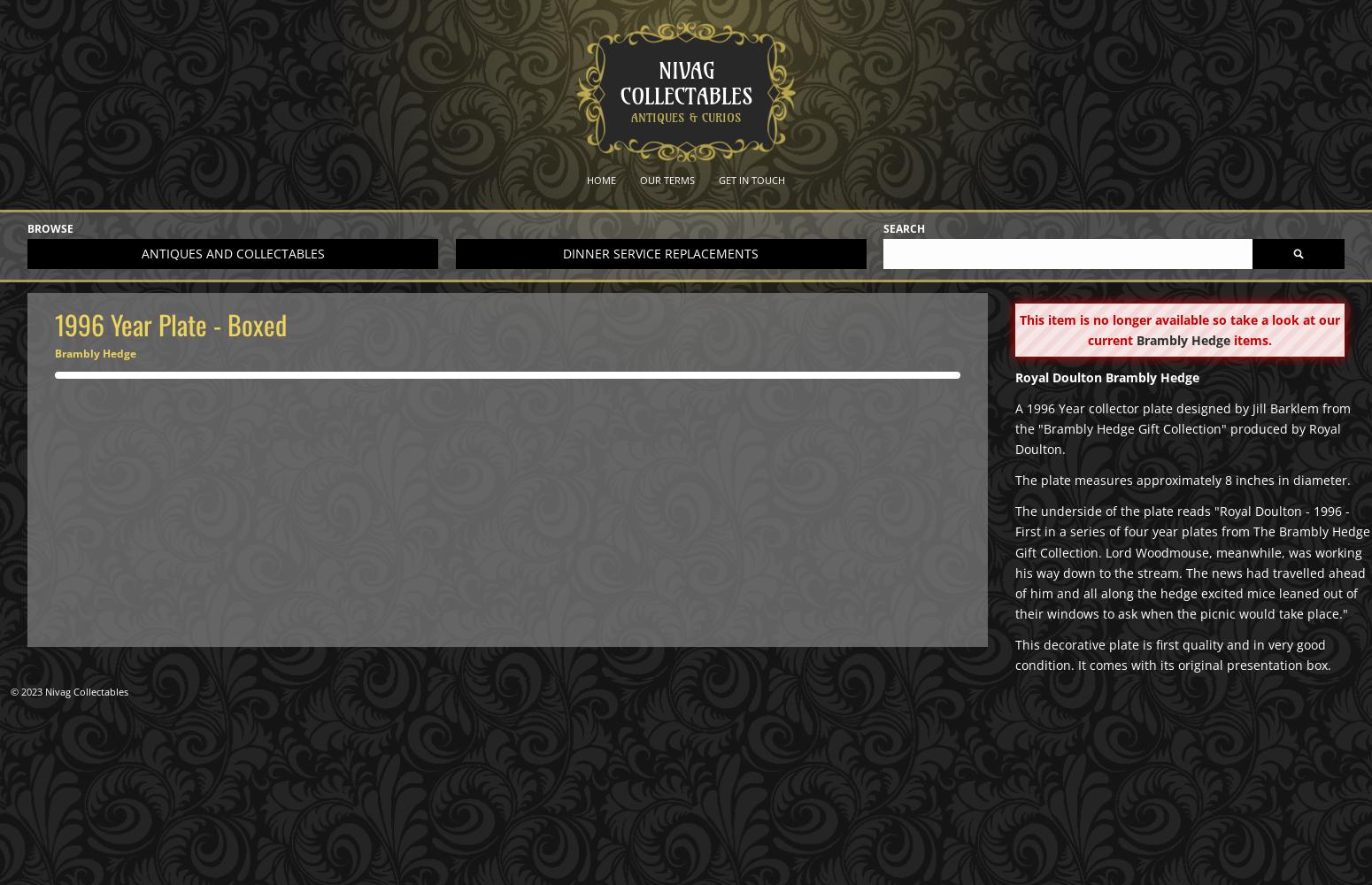  What do you see at coordinates (232, 253) in the screenshot?
I see `'Antiques and collectables'` at bounding box center [232, 253].